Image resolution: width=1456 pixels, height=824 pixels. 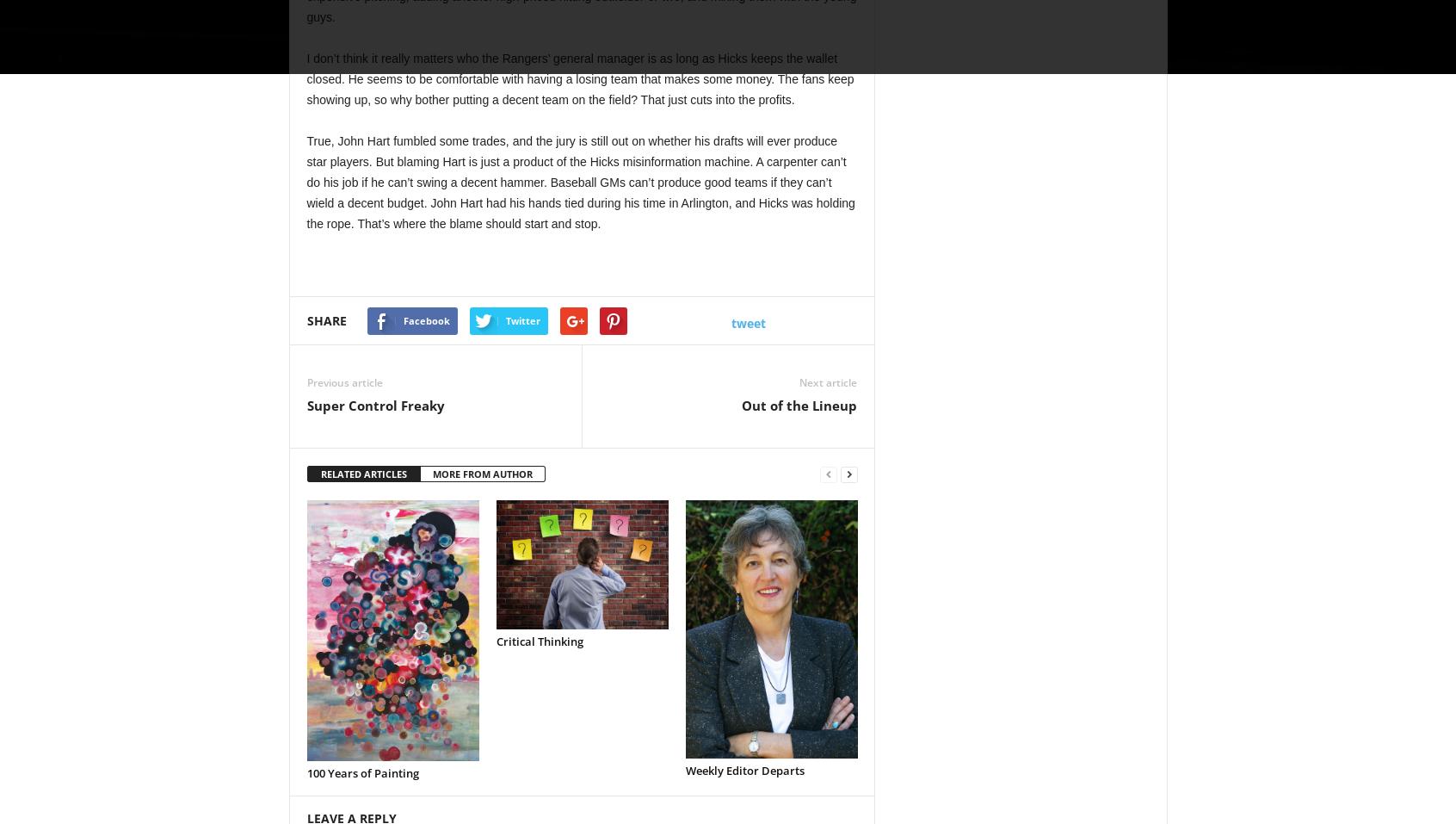 What do you see at coordinates (362, 474) in the screenshot?
I see `'RELATED ARTICLES'` at bounding box center [362, 474].